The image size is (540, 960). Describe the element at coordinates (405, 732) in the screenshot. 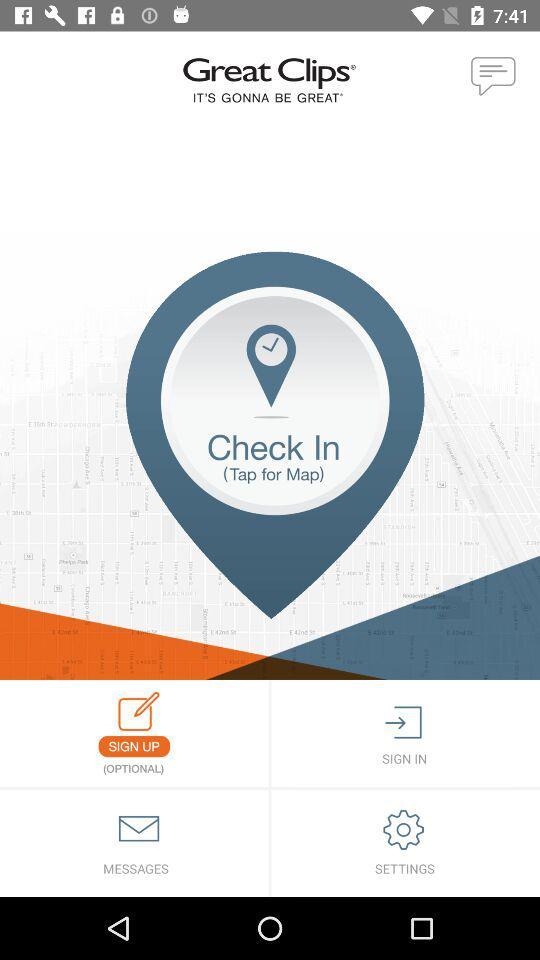

I see `open sign in page` at that location.